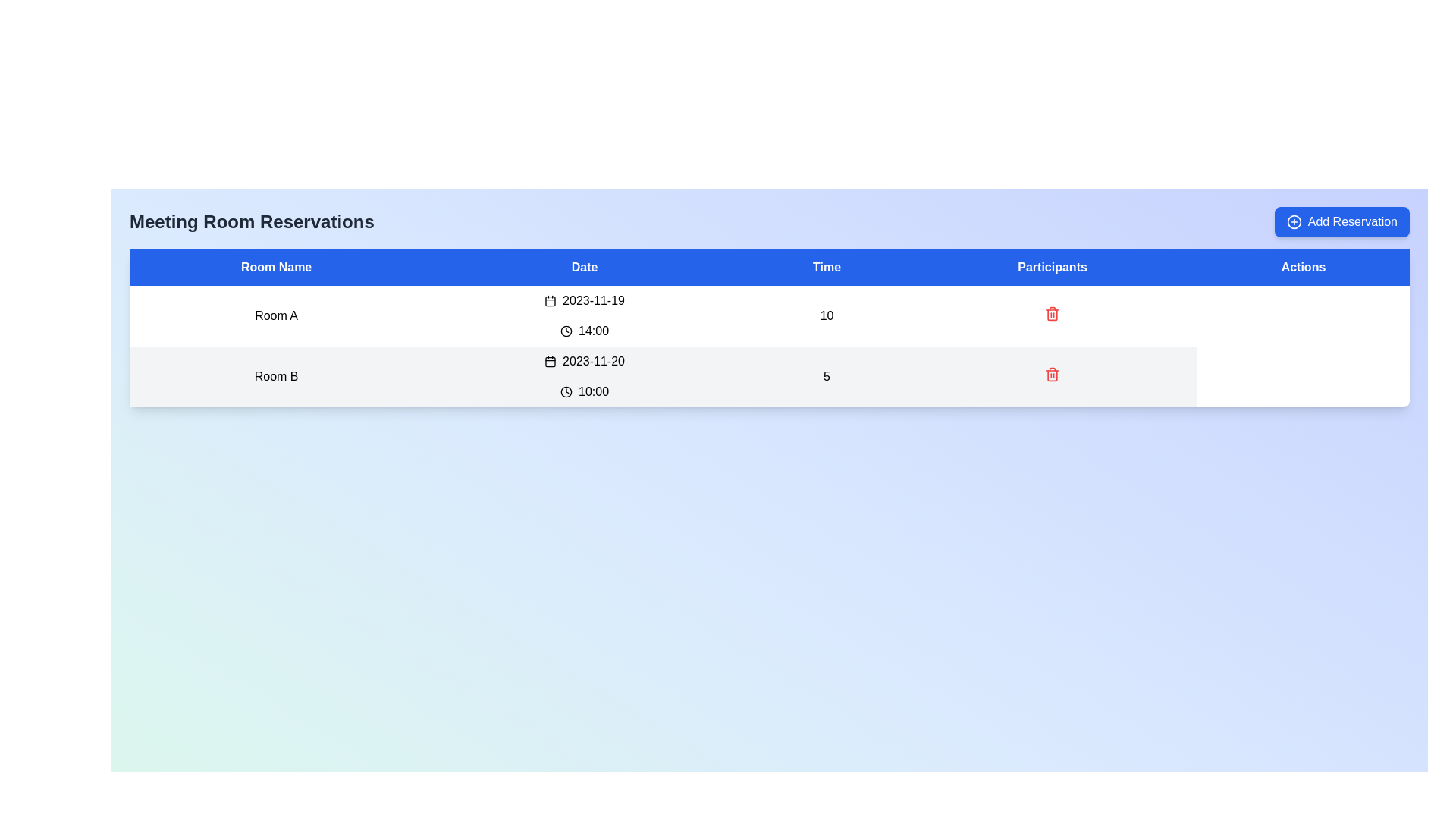  Describe the element at coordinates (550, 362) in the screenshot. I see `the calendar icon element, which is a small rectangle with rounded corners, white with a red border, located in the 'Date' column of the second row of the table adjacent to '2023-11-20'` at that location.